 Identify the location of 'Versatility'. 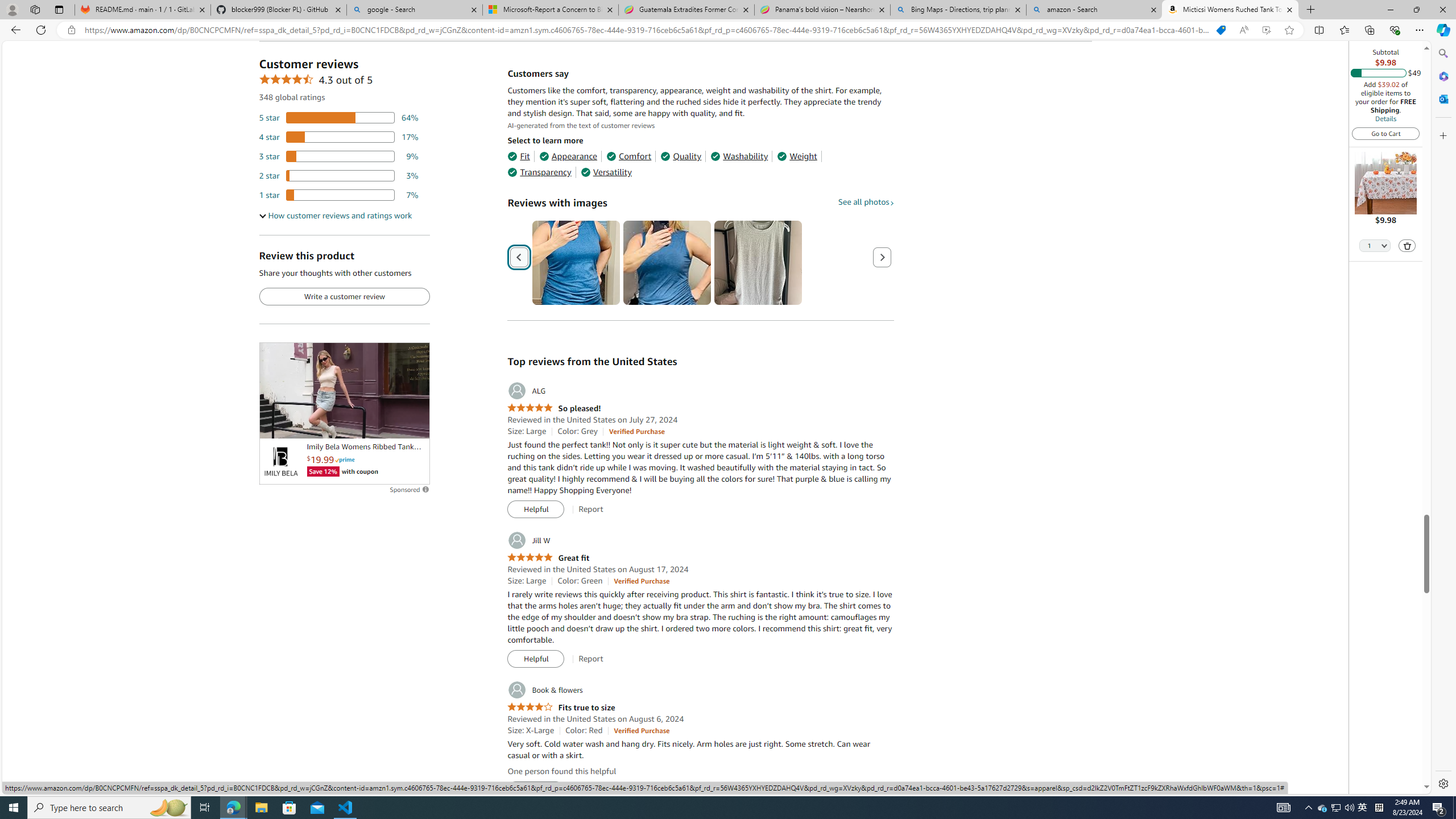
(605, 172).